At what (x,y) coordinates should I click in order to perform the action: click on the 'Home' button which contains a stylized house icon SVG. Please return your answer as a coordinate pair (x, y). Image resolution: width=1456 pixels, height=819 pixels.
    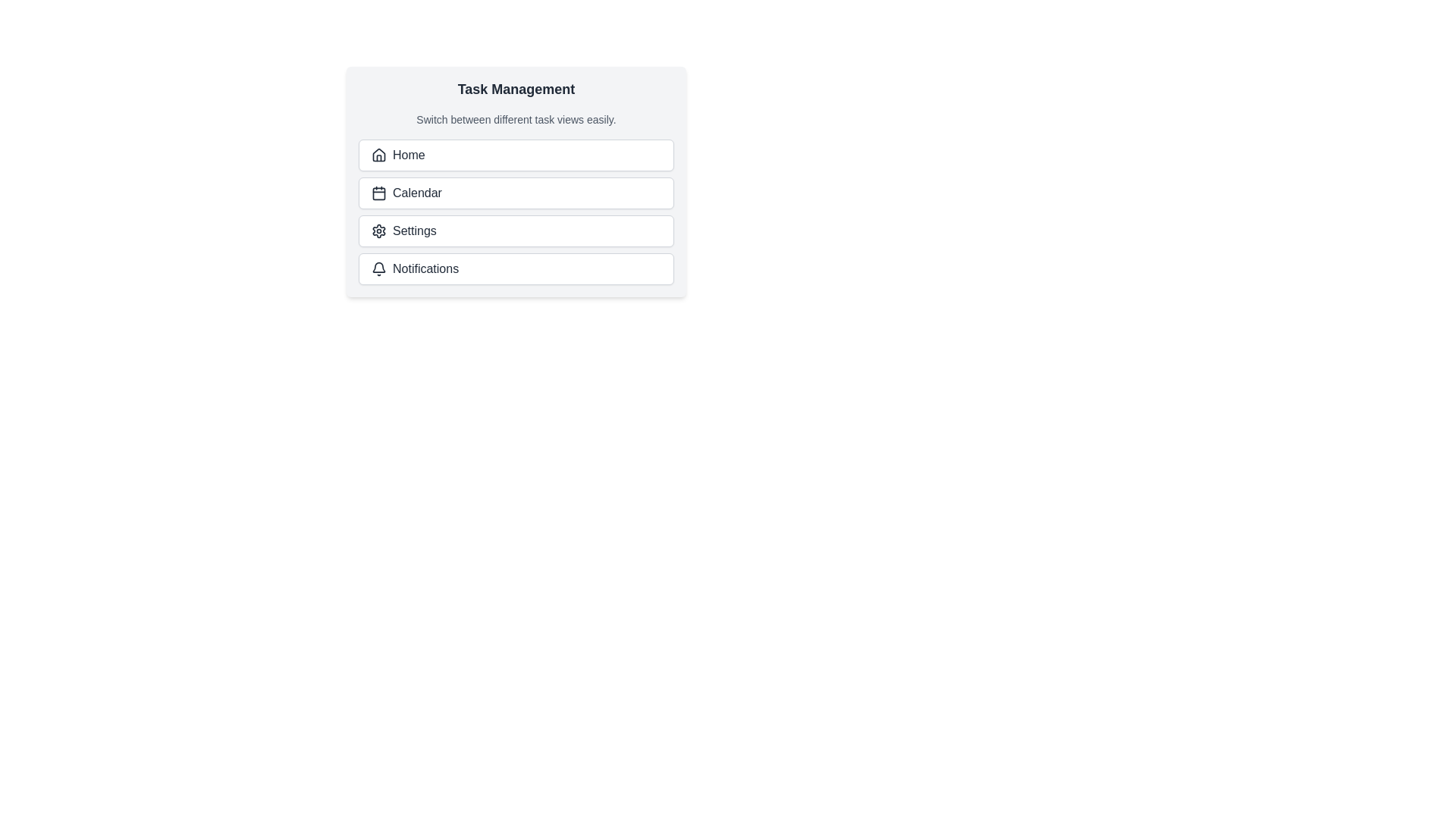
    Looking at the image, I should click on (378, 155).